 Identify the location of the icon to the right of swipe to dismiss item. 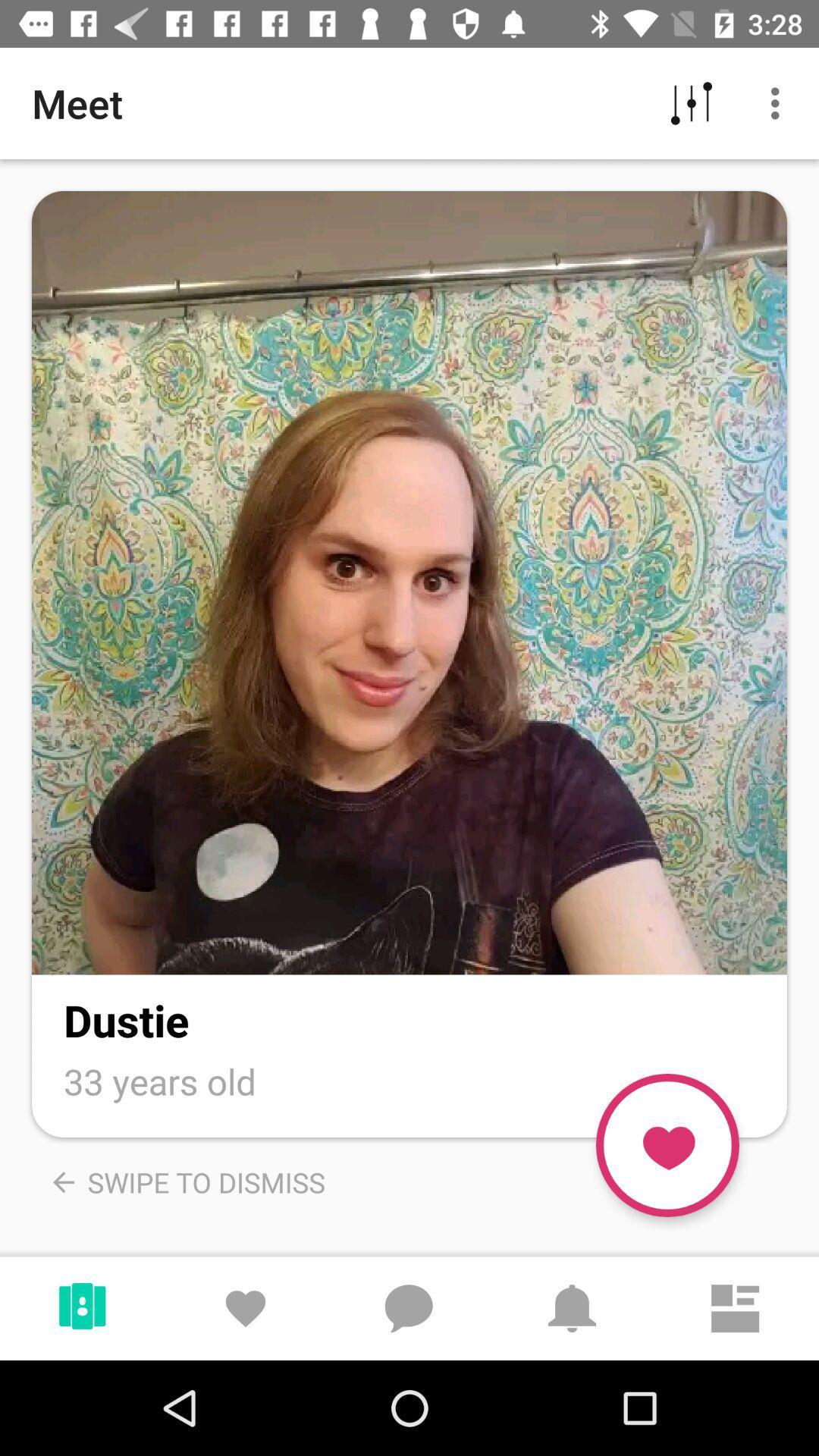
(667, 1145).